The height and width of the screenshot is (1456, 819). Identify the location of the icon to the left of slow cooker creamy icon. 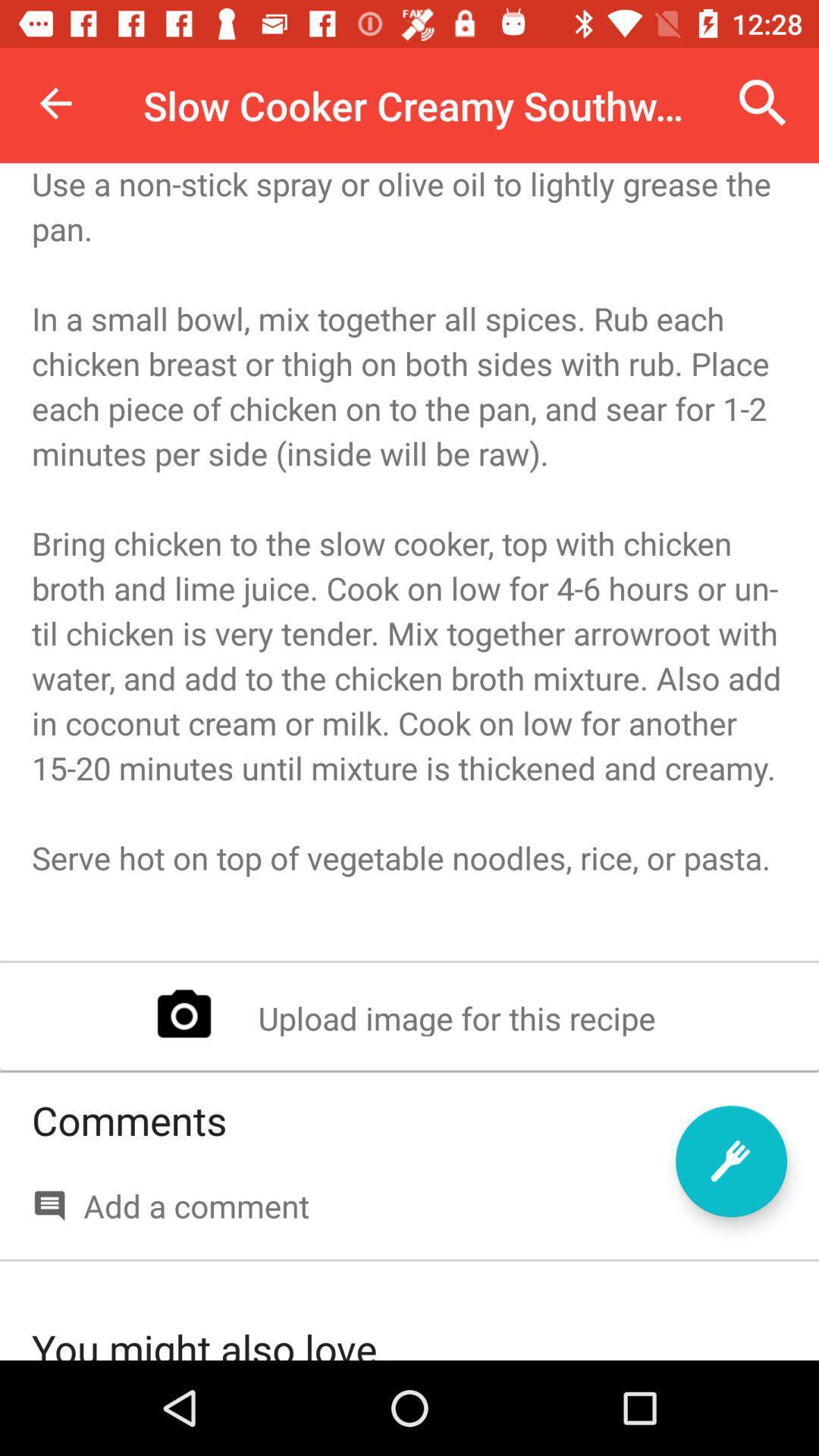
(55, 102).